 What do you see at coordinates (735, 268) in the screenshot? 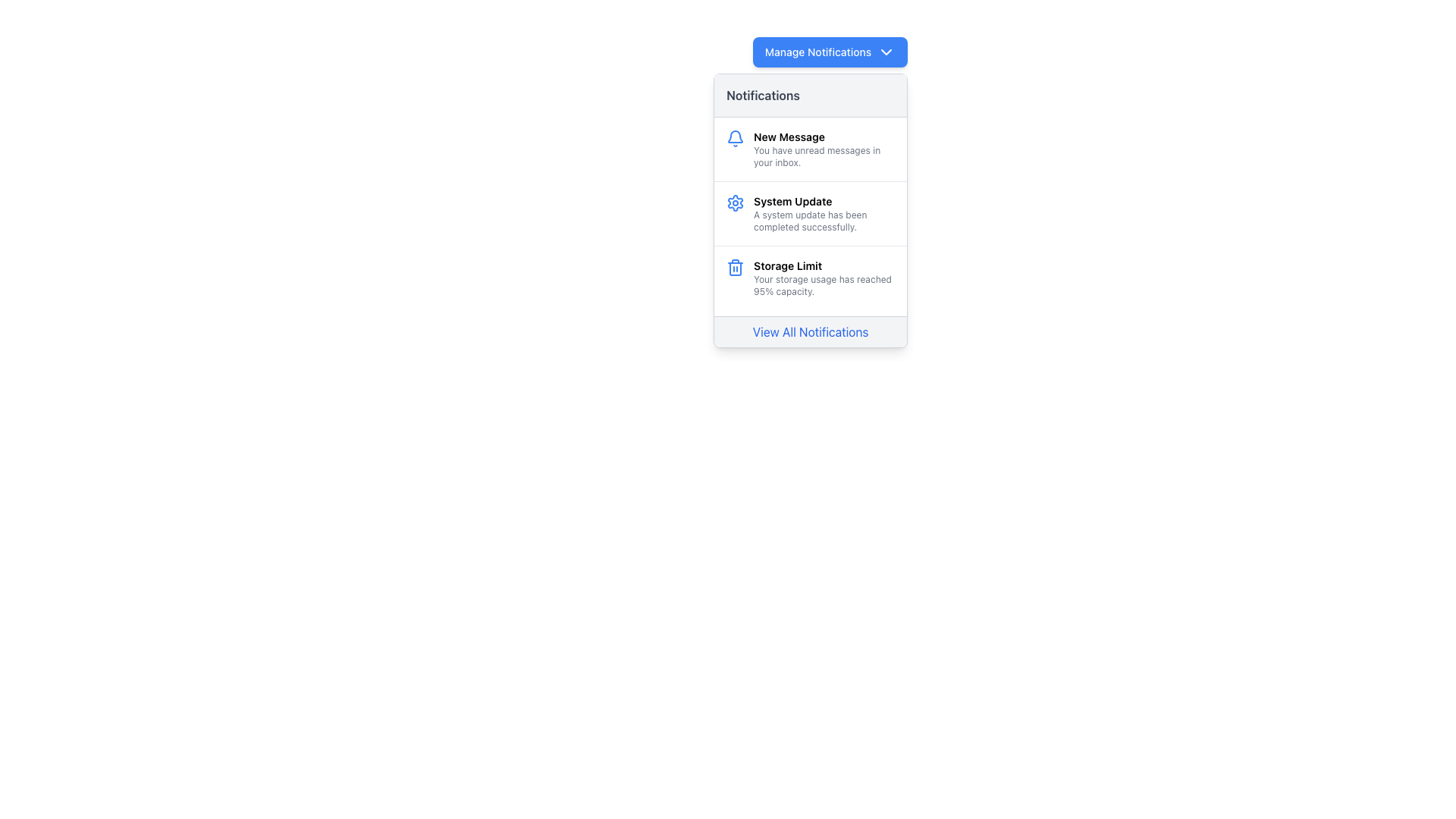
I see `the trash can icon located to the left of the 'Storage Limit' notification text within the 'Manage Notifications' dropdown panel` at bounding box center [735, 268].